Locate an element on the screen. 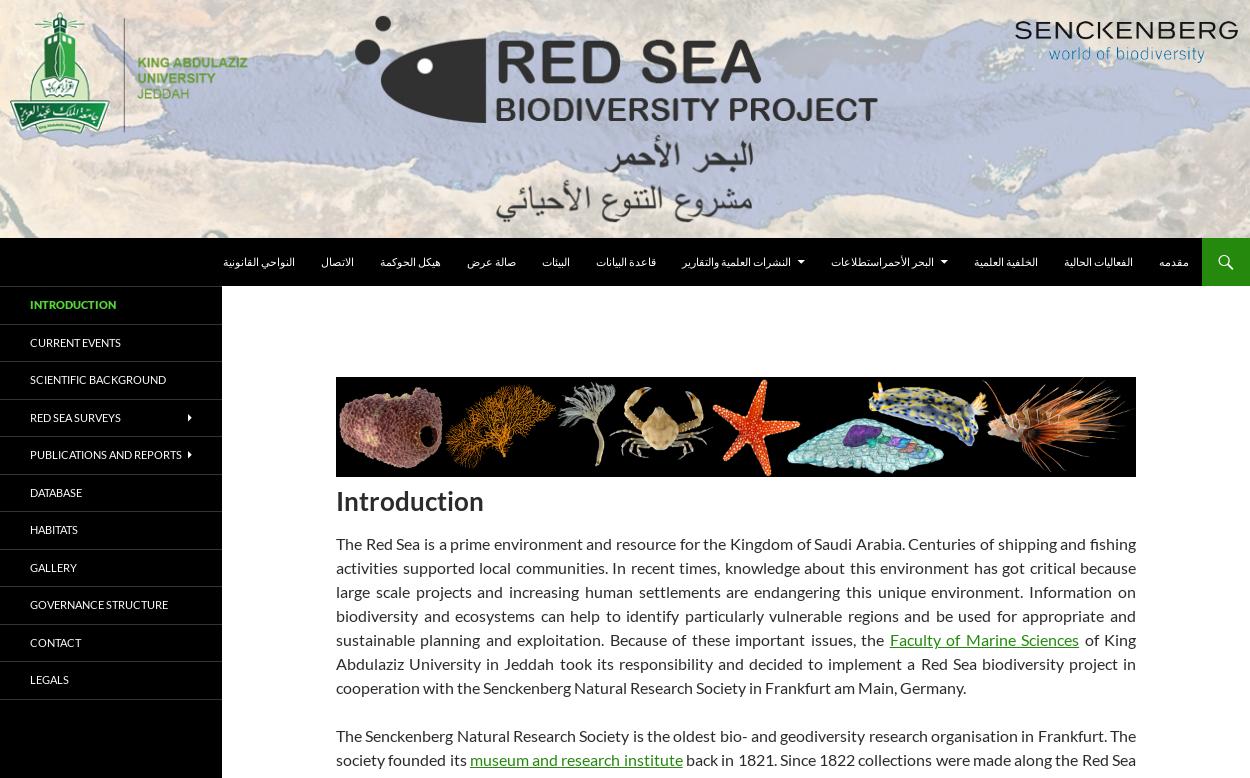 Image resolution: width=1250 pixels, height=778 pixels. 'The Senckenberg Natural Research Society is the oldest bio- and geodiversity research organisation in Frankfurt. The society founded its' is located at coordinates (335, 746).